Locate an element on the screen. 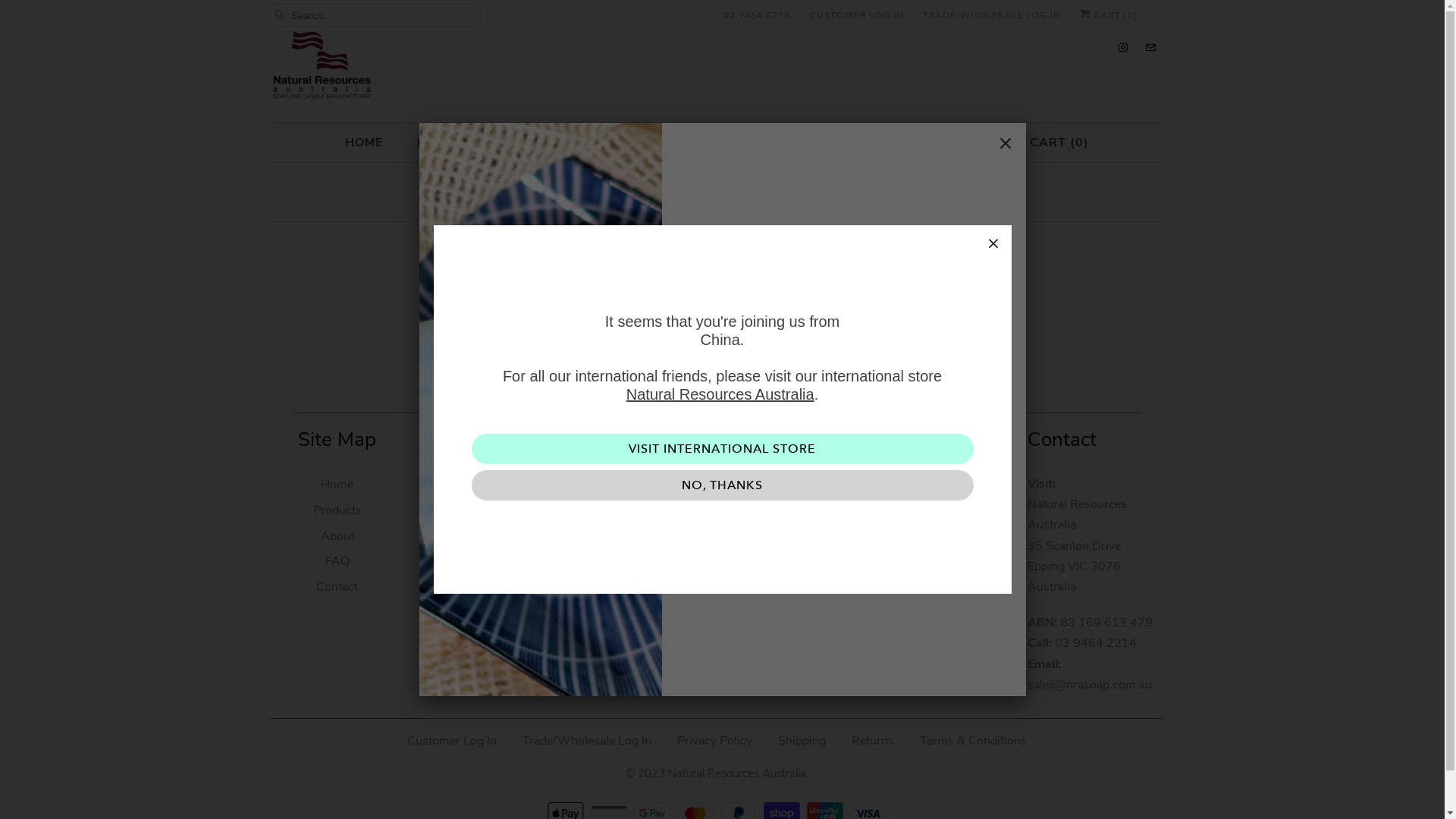  'HOME' is located at coordinates (362, 143).